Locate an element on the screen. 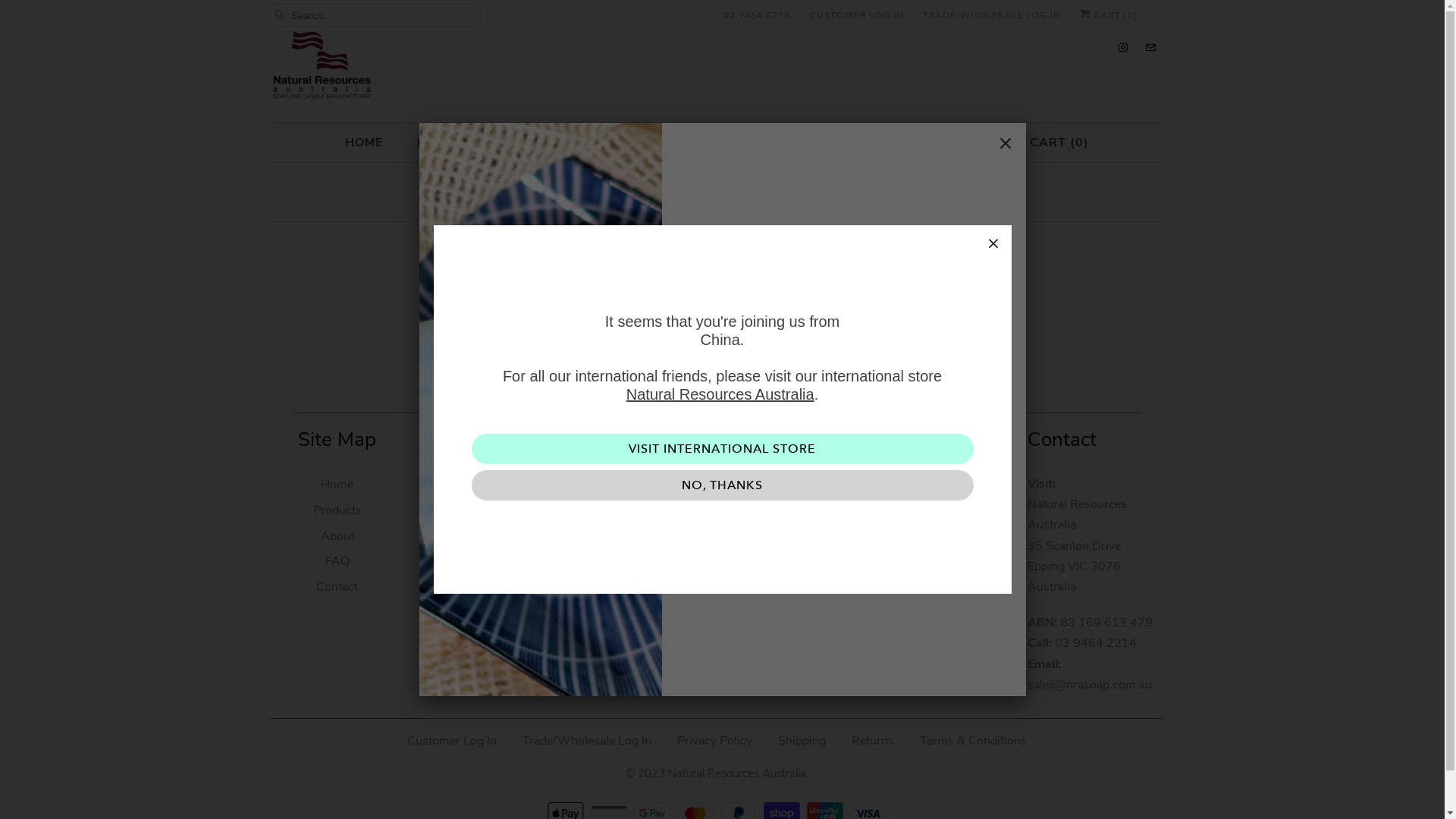  'HOME' is located at coordinates (362, 143).